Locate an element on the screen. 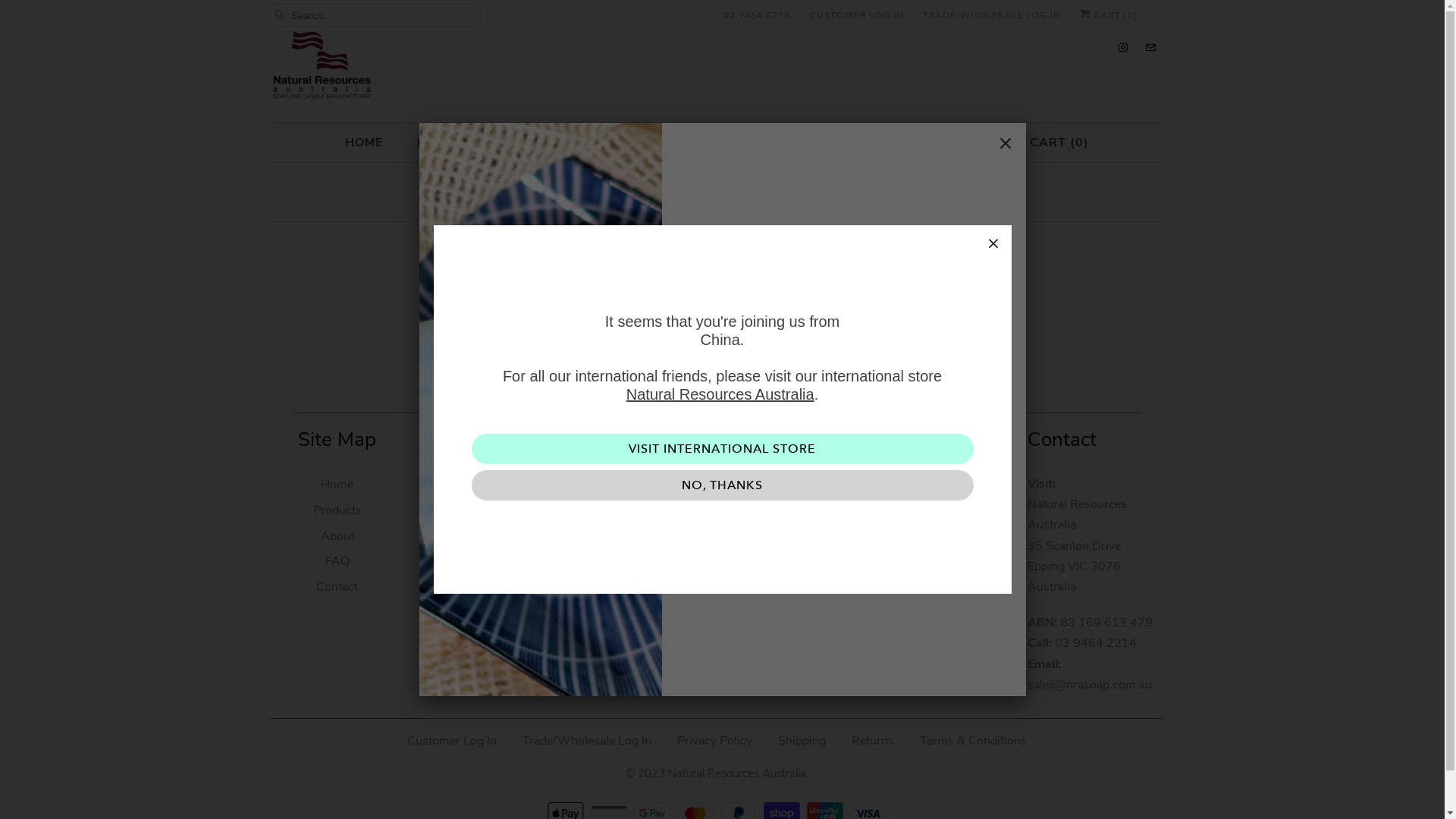  'HOME' is located at coordinates (362, 143).